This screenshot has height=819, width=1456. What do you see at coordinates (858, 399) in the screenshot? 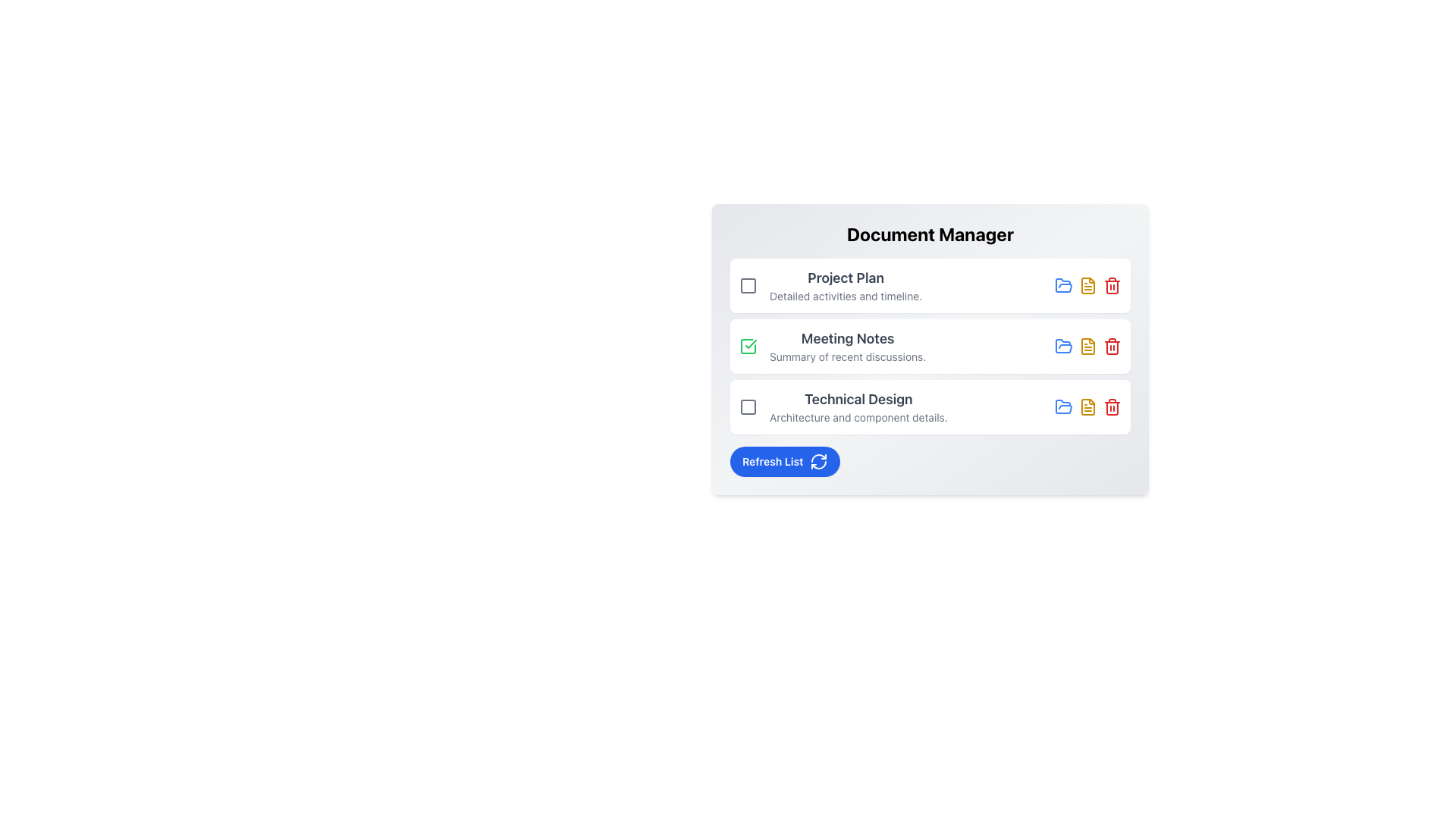
I see `the text label displaying 'Technical Design', which is the title of the third selectable item in the 'Document Manager' section, located between 'Meeting Notes' and 'Refresh List'` at bounding box center [858, 399].